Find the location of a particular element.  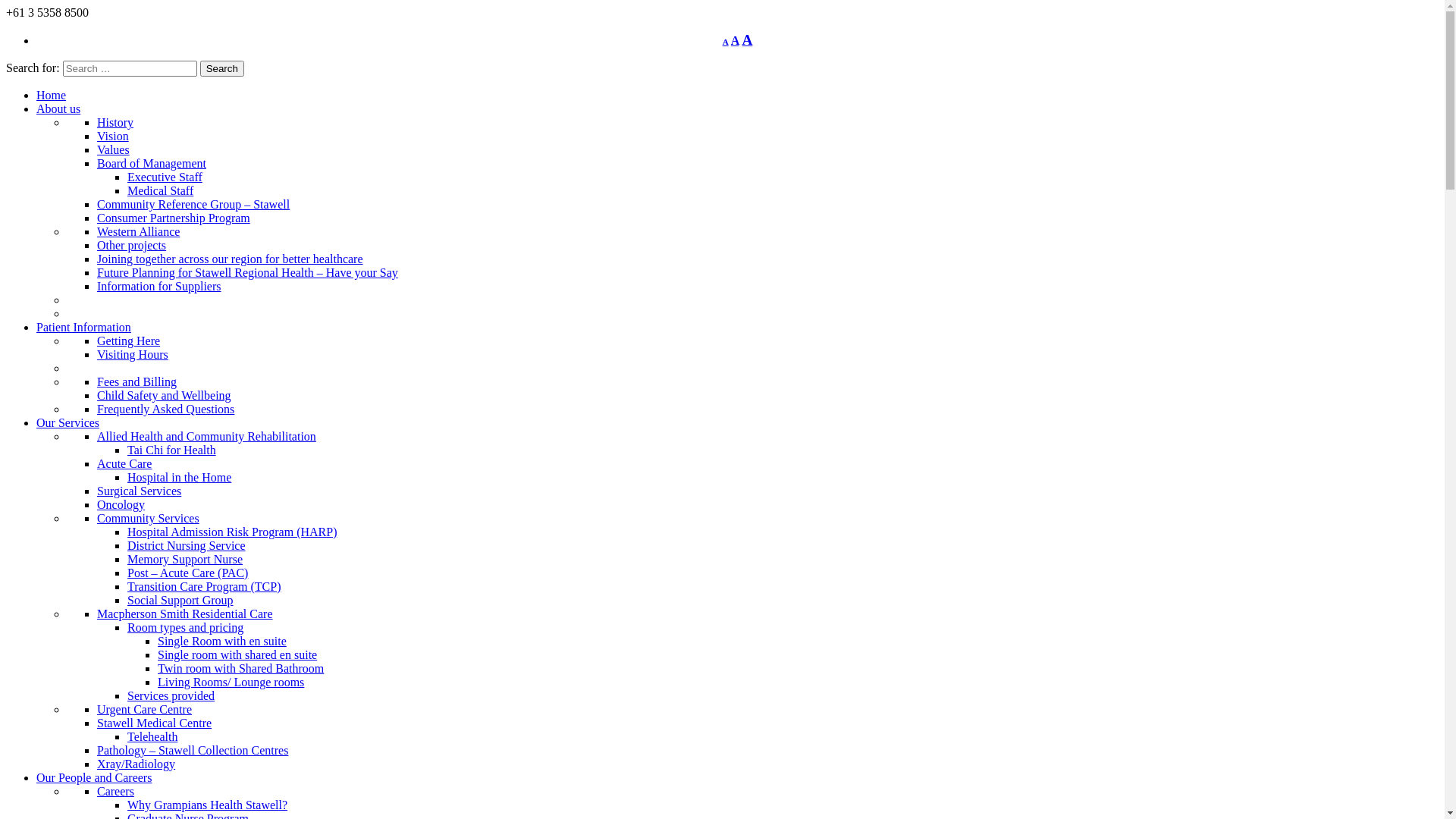

'Values' is located at coordinates (96, 149).